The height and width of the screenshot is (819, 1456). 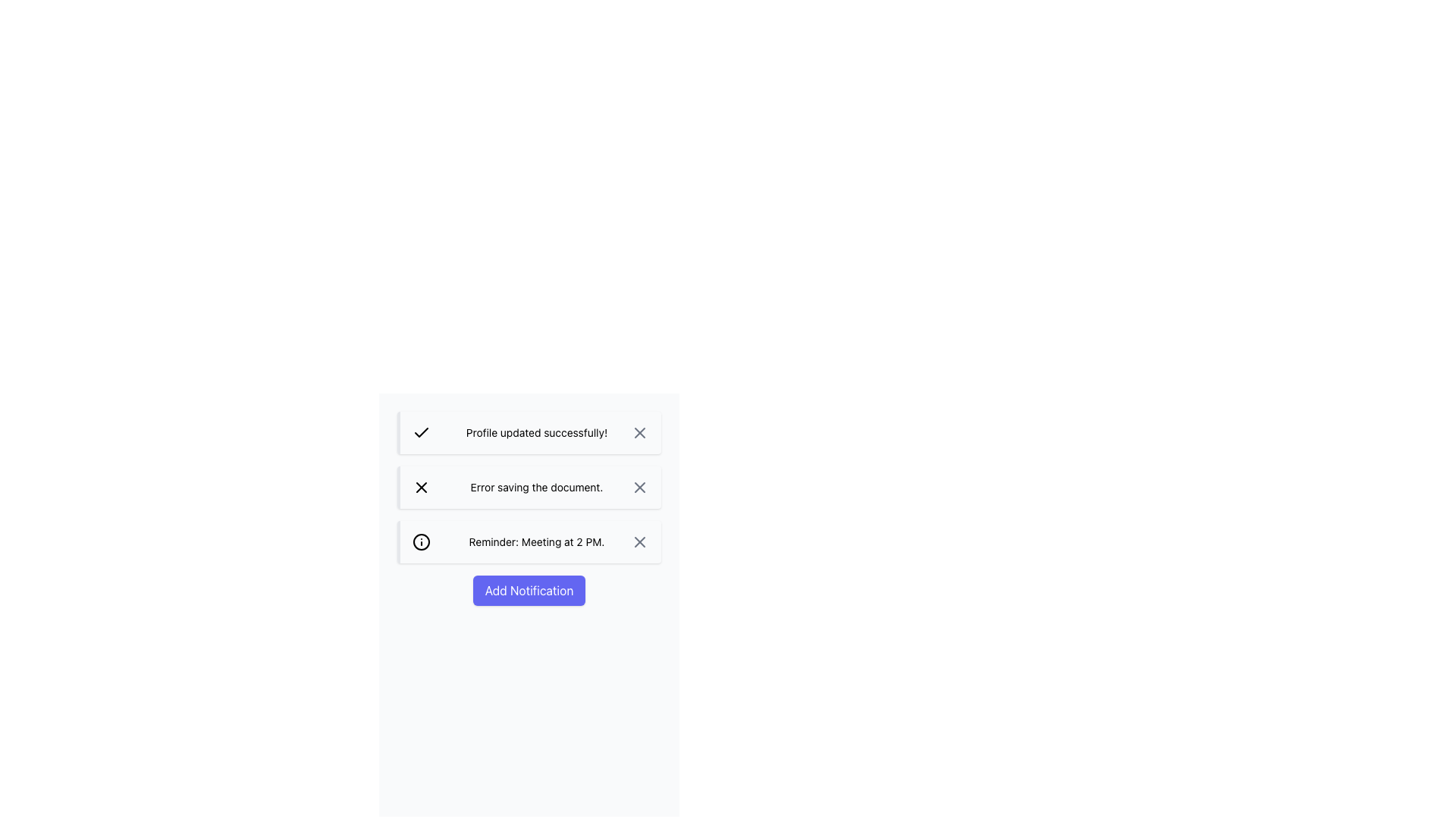 What do you see at coordinates (640, 541) in the screenshot?
I see `the dismiss button located on the far-right of the notification box` at bounding box center [640, 541].